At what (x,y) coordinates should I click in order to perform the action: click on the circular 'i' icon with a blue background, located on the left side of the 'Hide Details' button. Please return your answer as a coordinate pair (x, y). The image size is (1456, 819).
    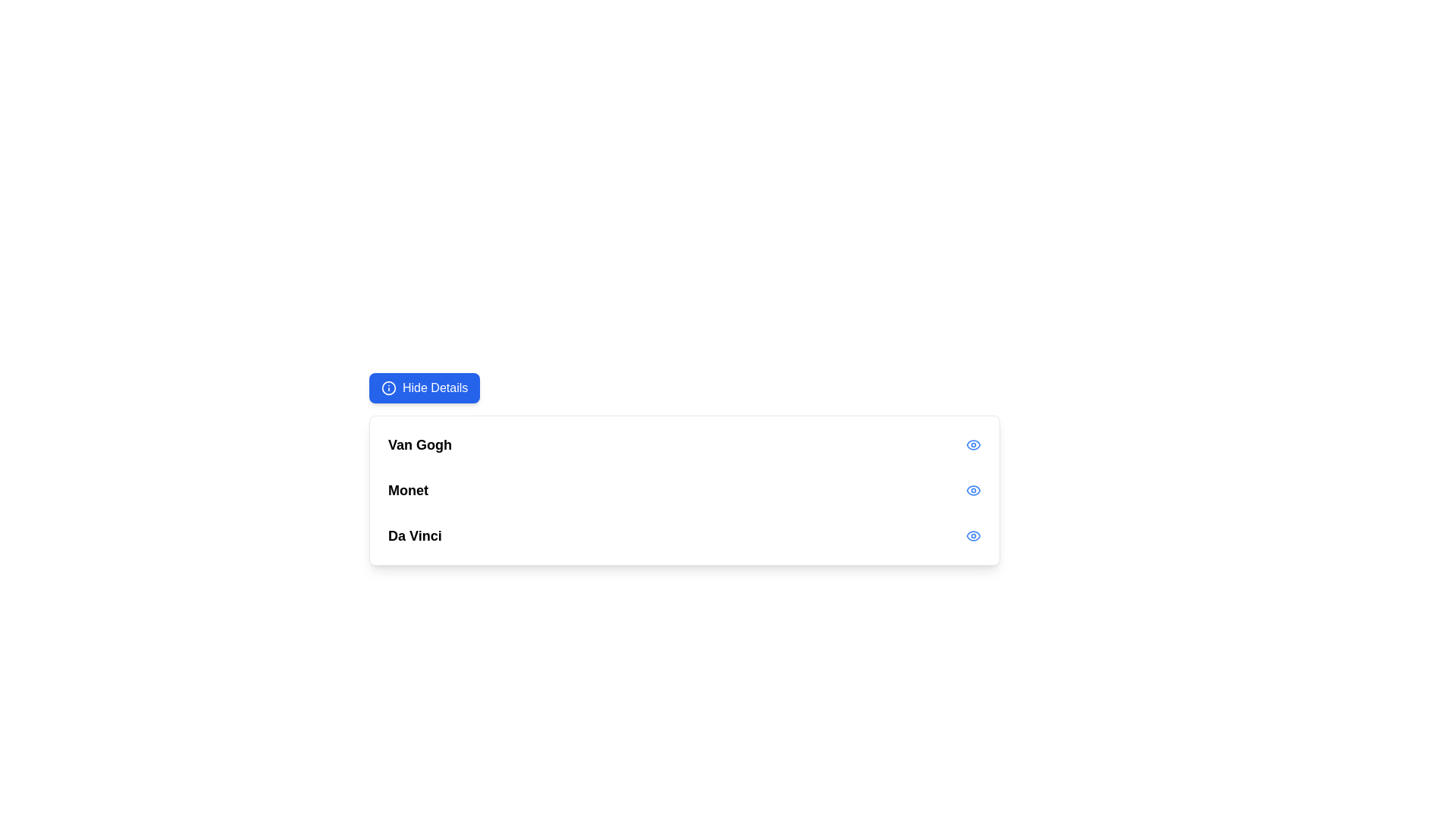
    Looking at the image, I should click on (389, 388).